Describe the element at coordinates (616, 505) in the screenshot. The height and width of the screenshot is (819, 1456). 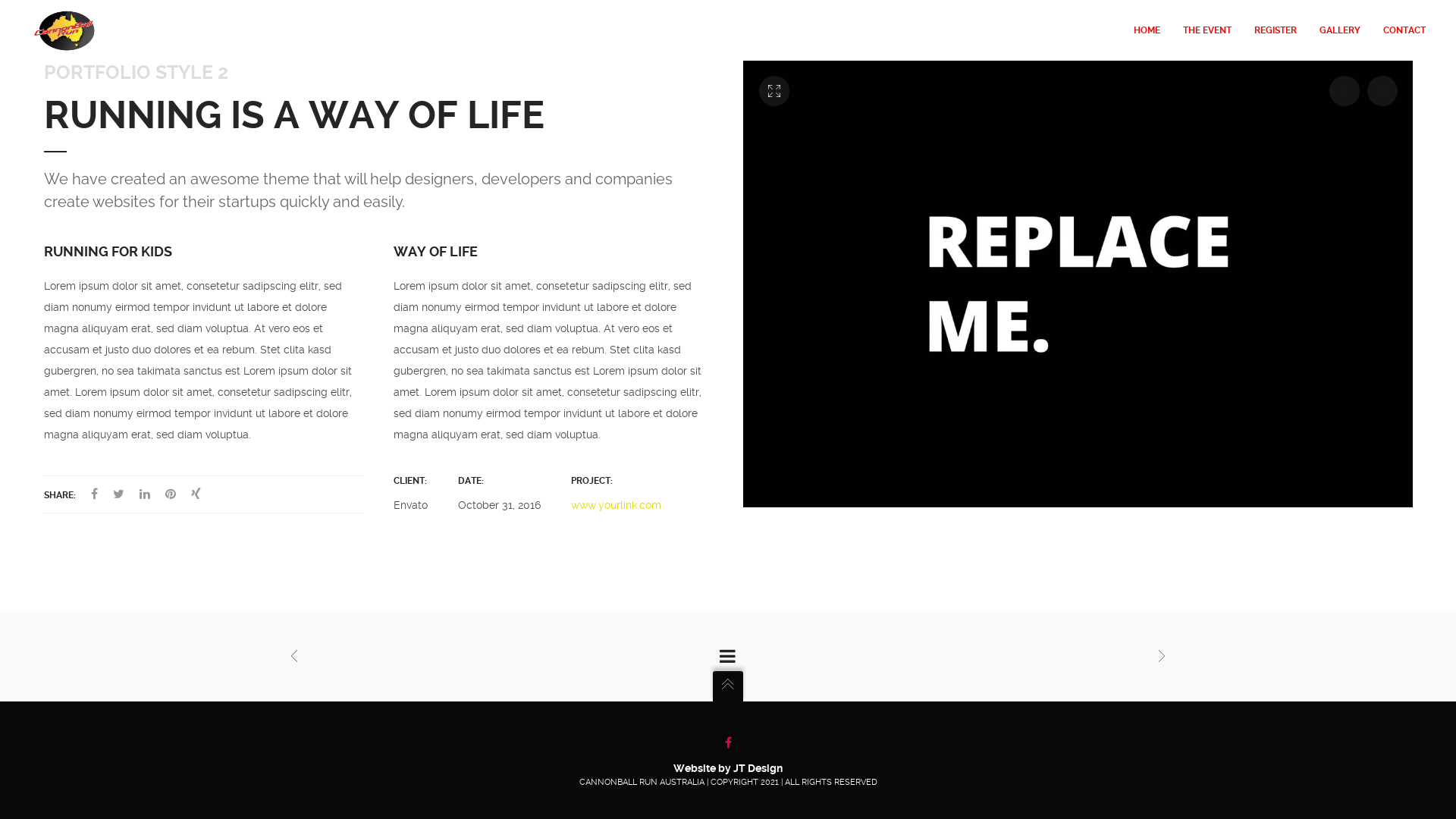
I see `'www.yourlink.com'` at that location.